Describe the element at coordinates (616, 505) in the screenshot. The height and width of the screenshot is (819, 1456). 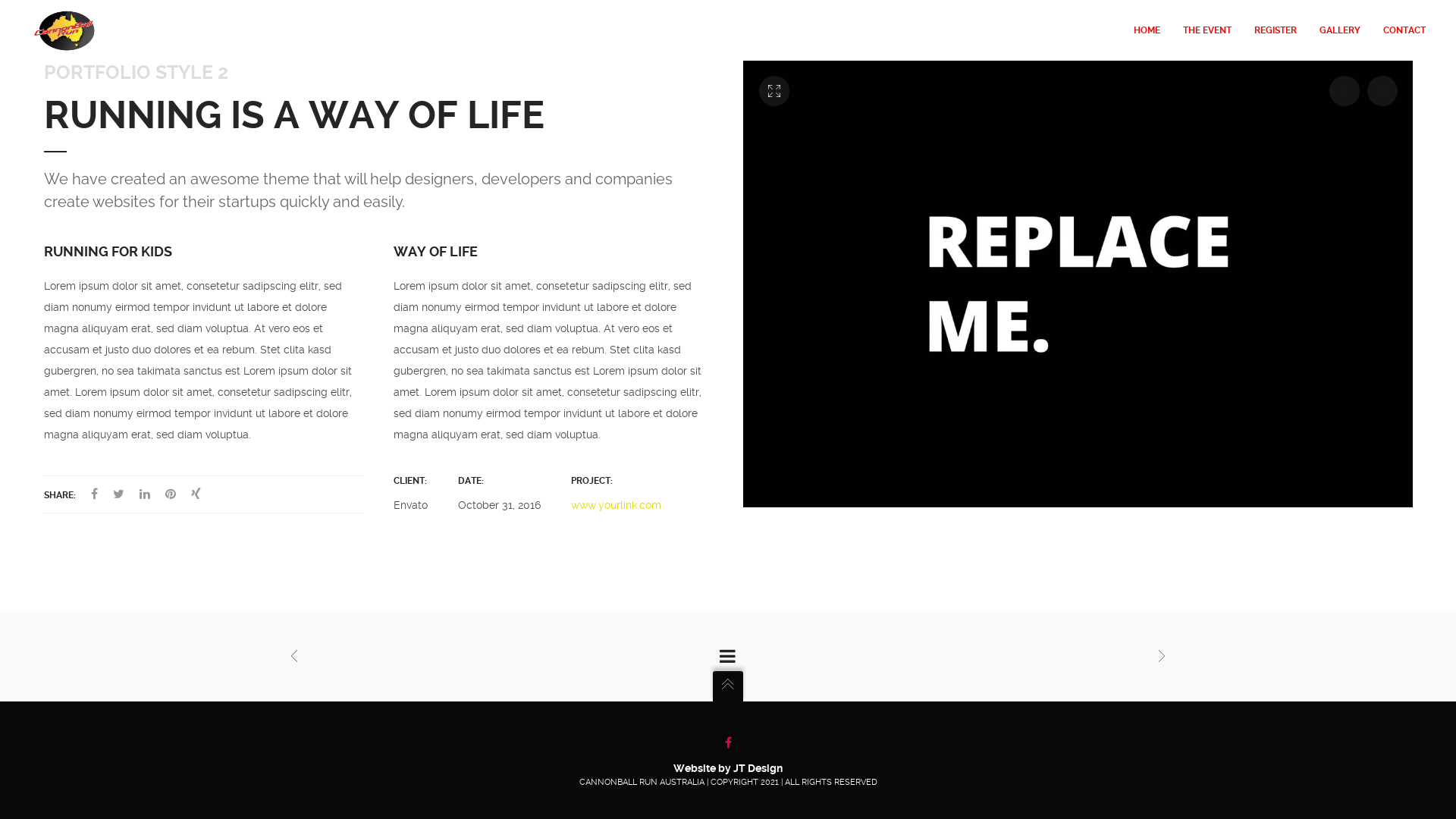
I see `'www.yourlink.com'` at that location.